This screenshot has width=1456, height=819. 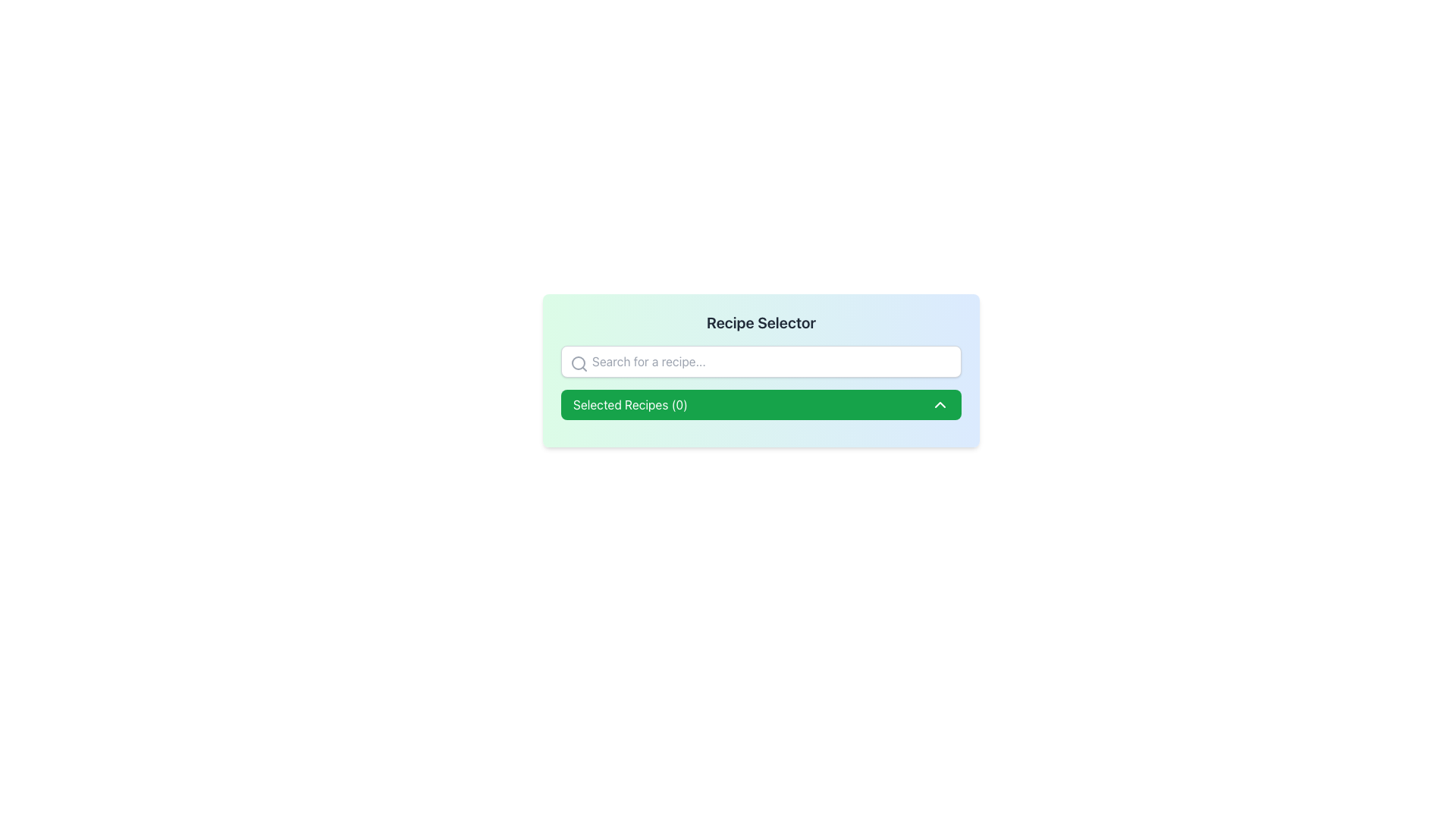 What do you see at coordinates (939, 403) in the screenshot?
I see `the upward-facing chevron icon located at the far right of the 'Selected Recipes (0)' green bar` at bounding box center [939, 403].